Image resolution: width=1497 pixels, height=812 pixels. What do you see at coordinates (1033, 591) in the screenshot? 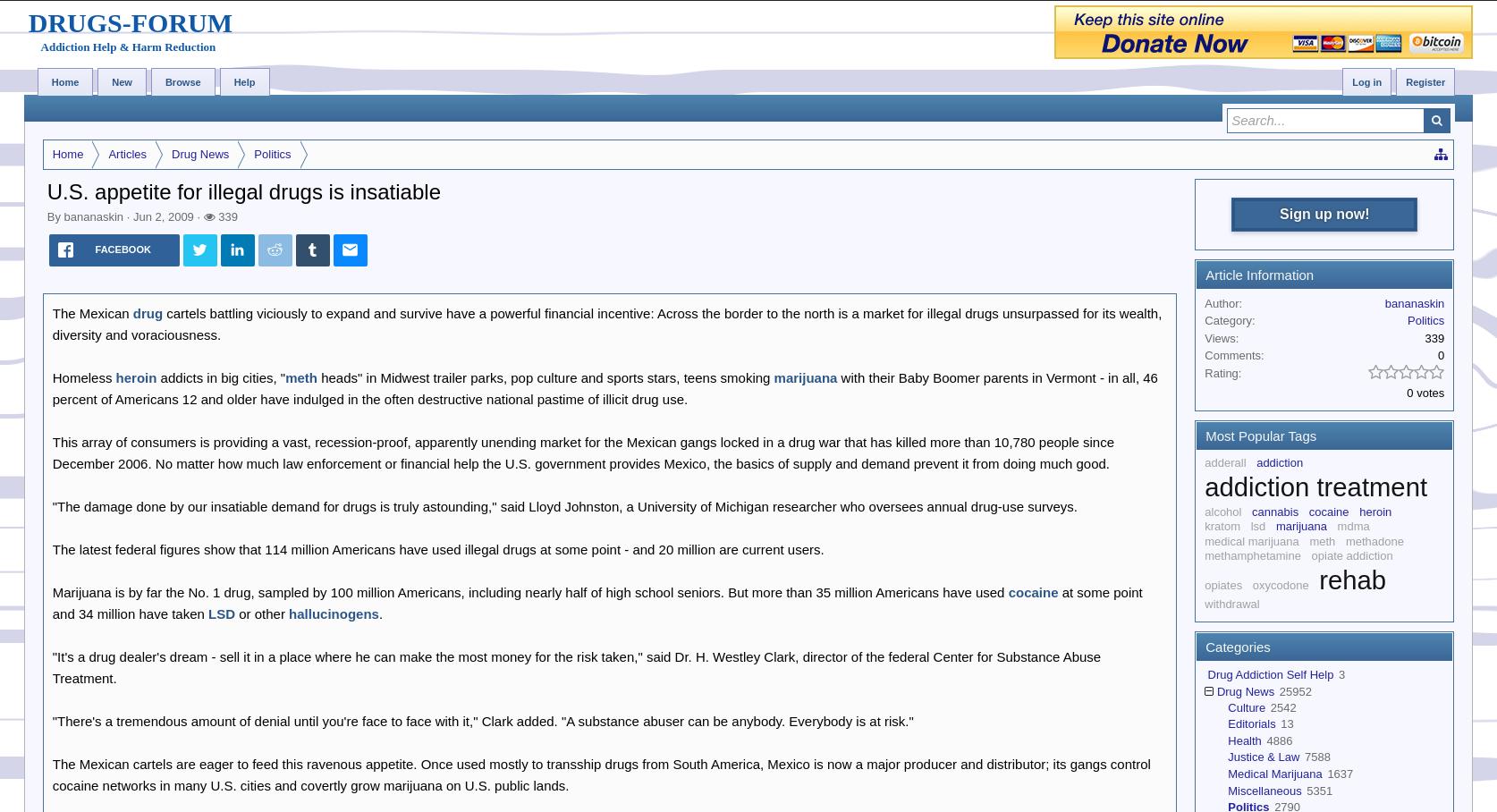
I see `'cocaine'` at bounding box center [1033, 591].